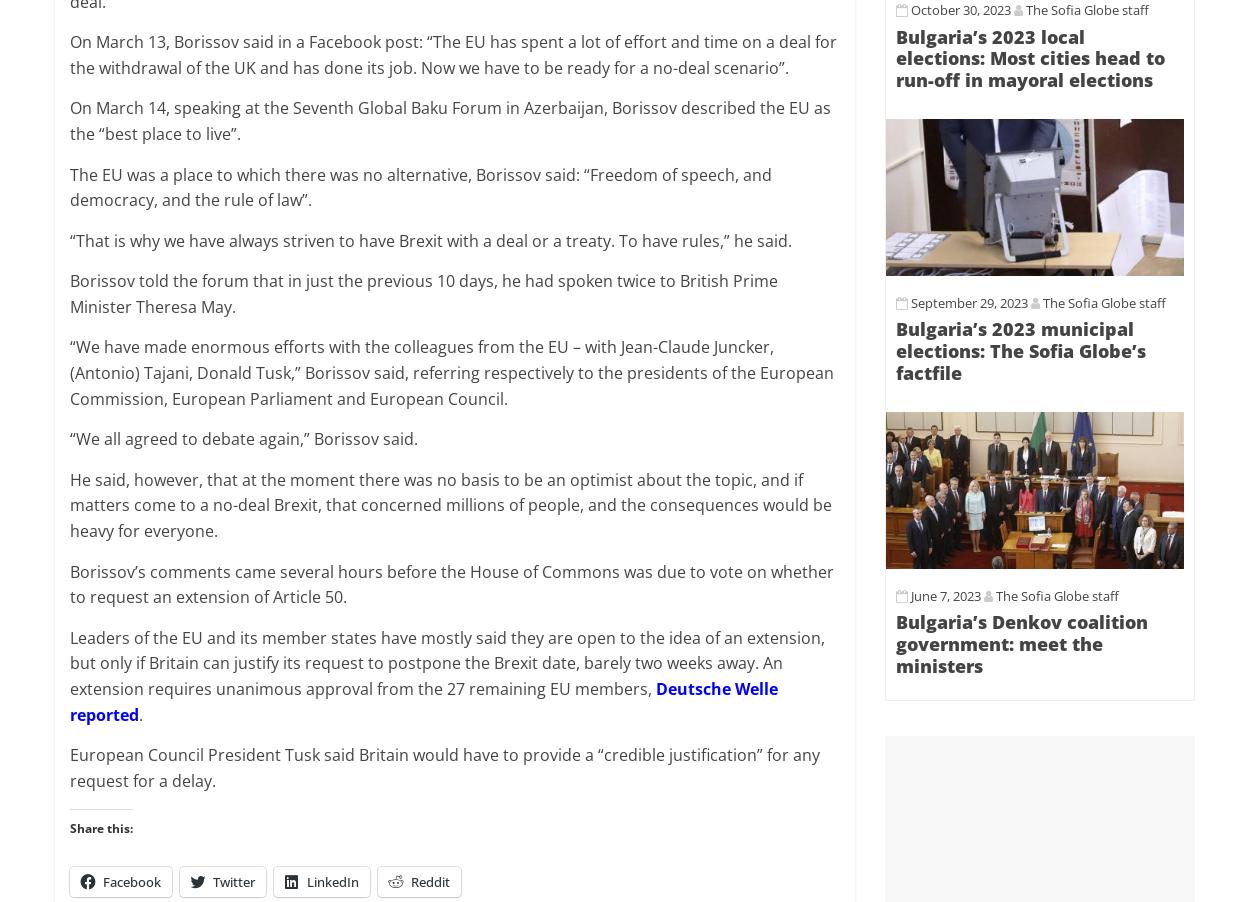  Describe the element at coordinates (100, 828) in the screenshot. I see `'Share this:'` at that location.